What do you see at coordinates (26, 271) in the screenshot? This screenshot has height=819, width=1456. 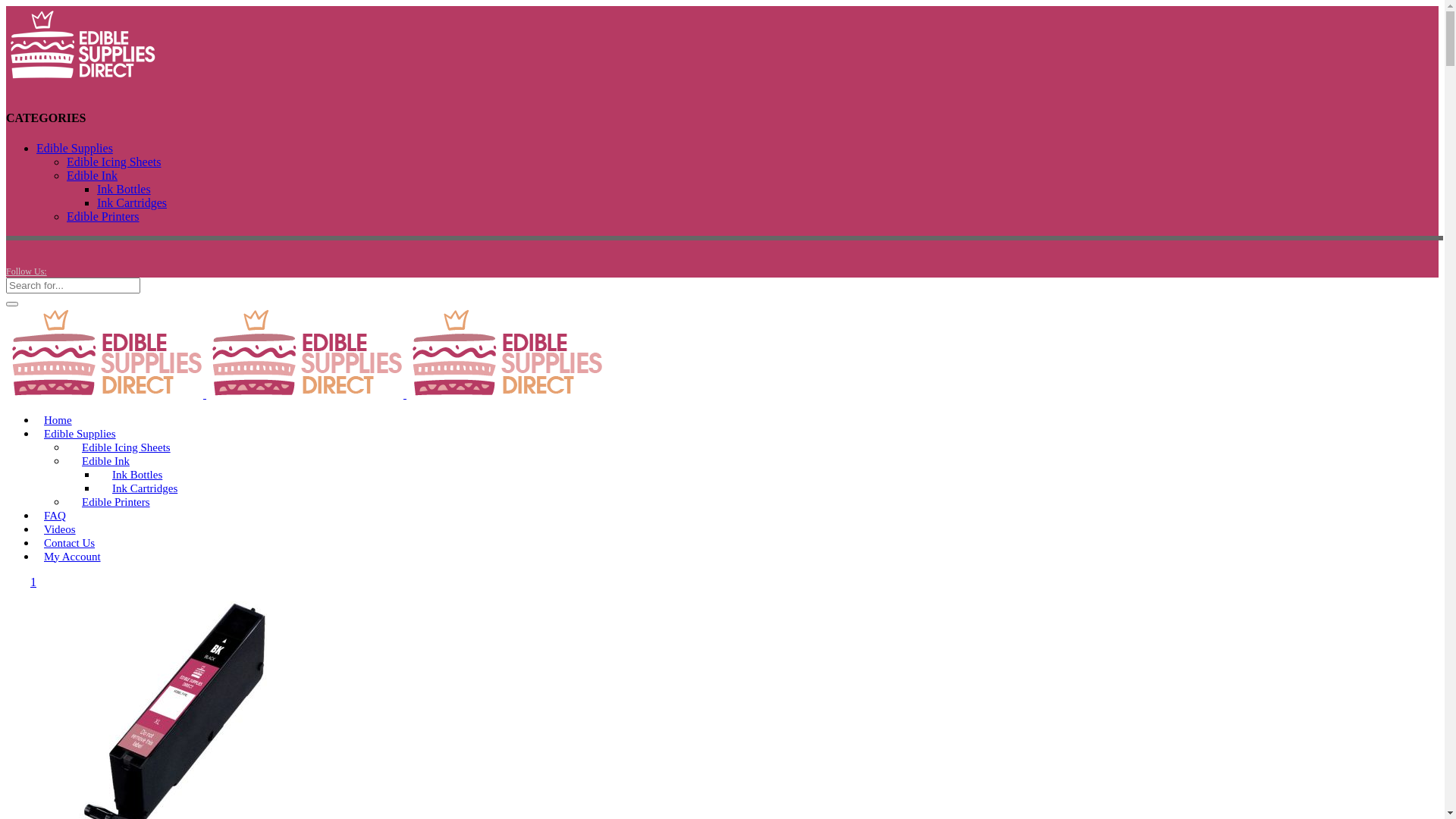 I see `'Follow Us:'` at bounding box center [26, 271].